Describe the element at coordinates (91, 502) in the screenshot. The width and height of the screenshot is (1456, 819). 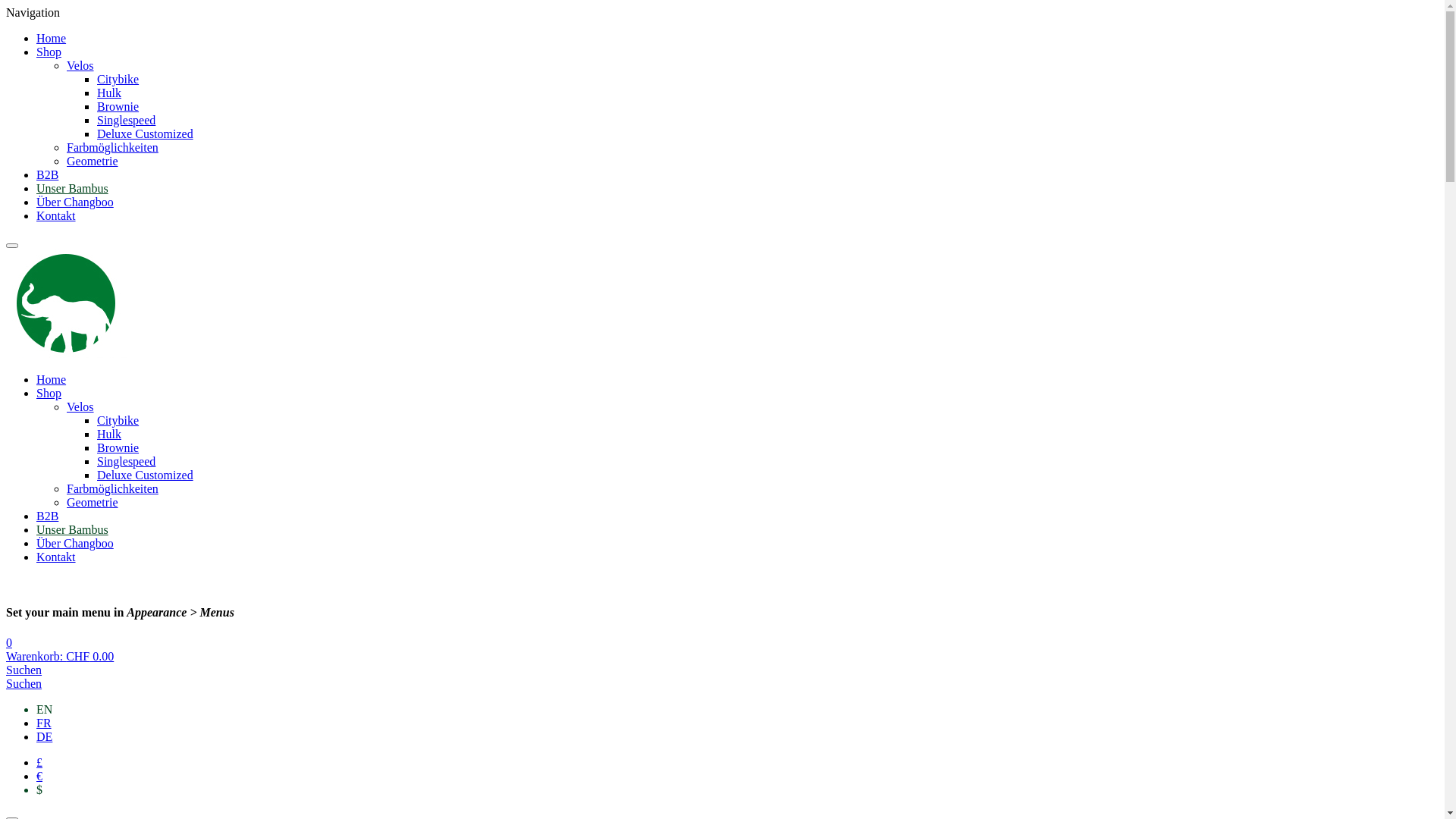
I see `'Geometrie'` at that location.